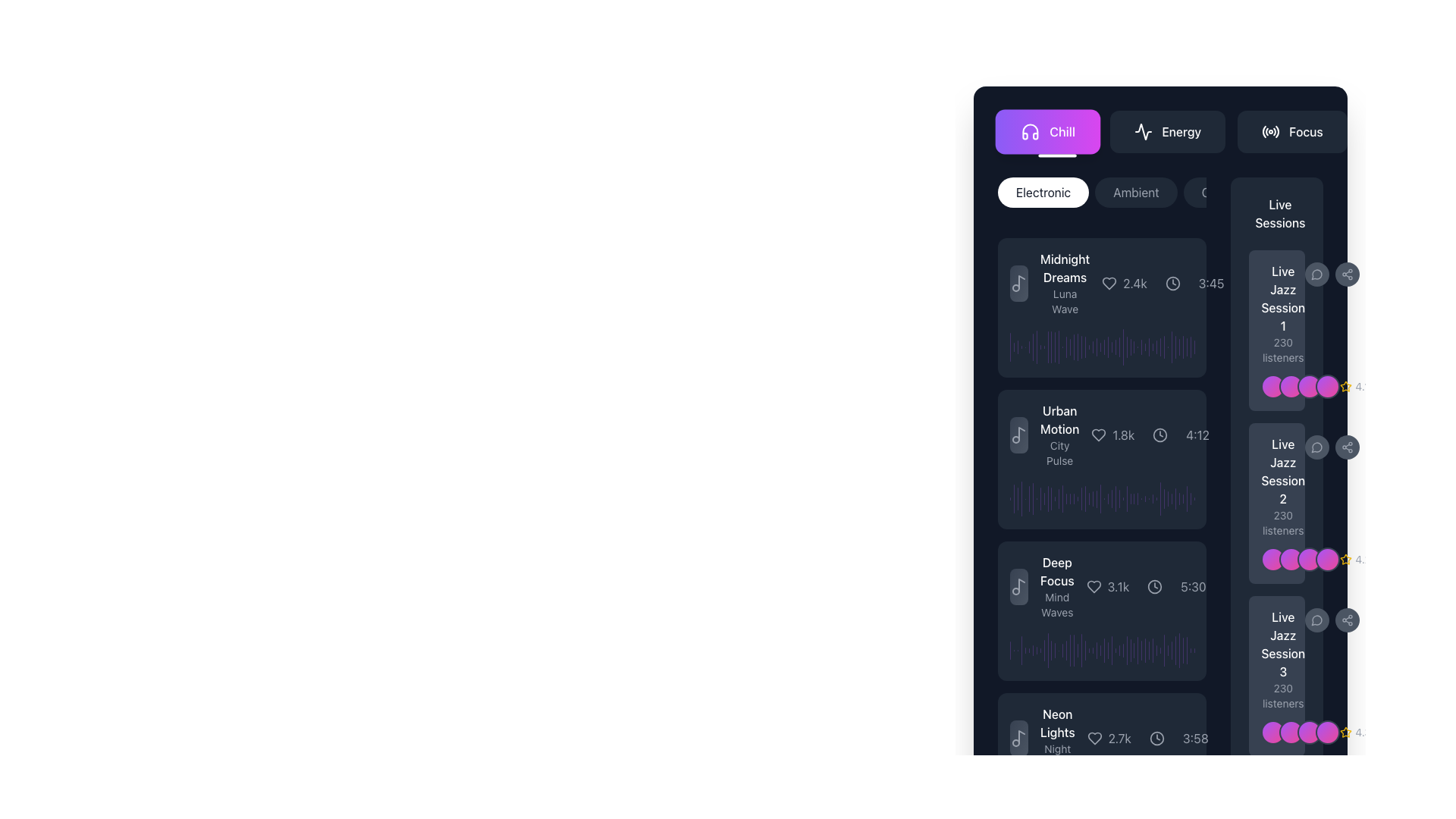  I want to click on the informational text label displaying the number of current listeners for the 'Live Jazz Session 3', which is located directly below the session title in the right-hand sidebar, so click(1282, 696).